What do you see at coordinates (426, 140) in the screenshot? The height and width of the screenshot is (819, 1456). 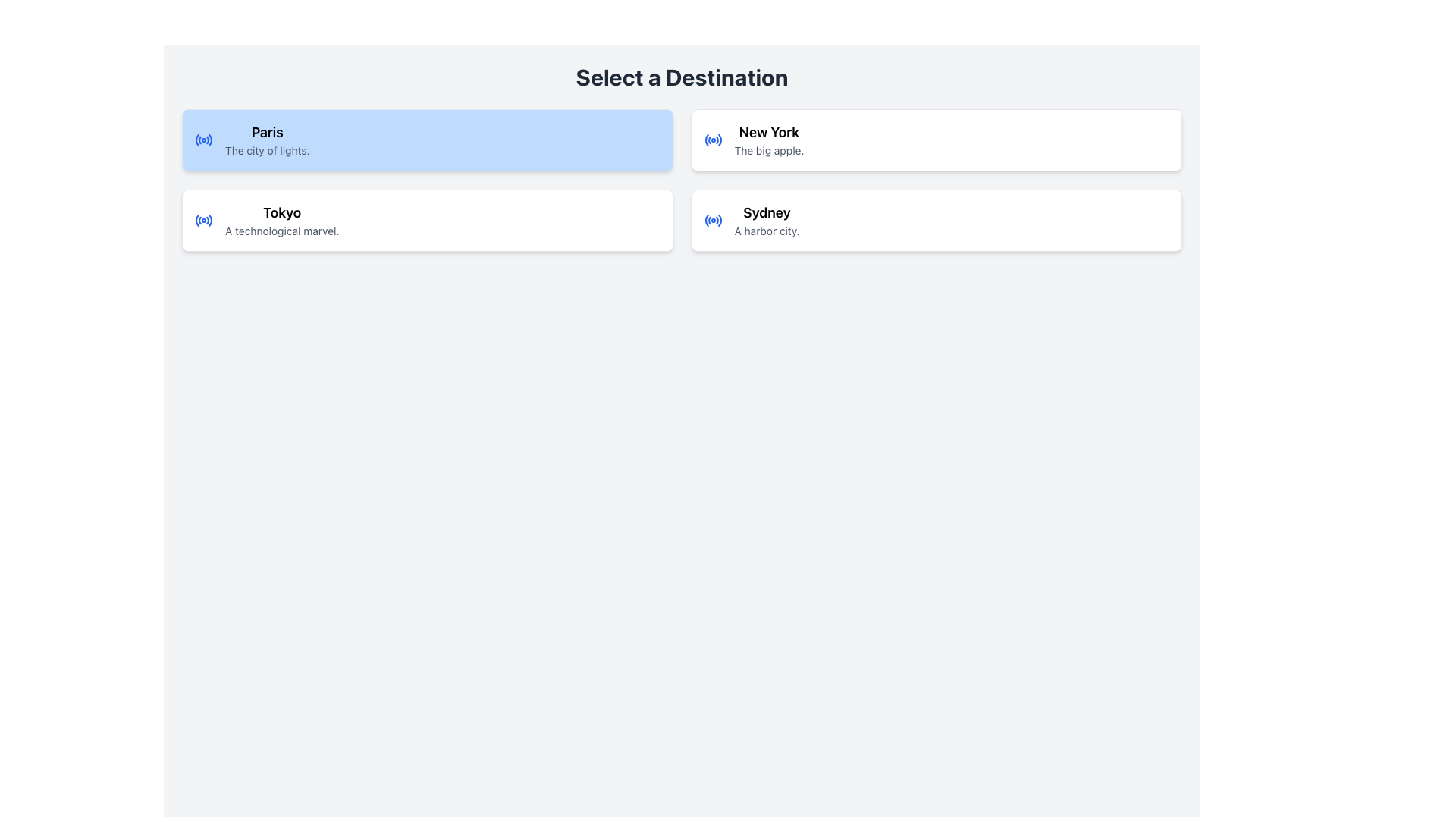 I see `the 'Paris' button-like structure containing the title 'Paris' and the description 'The city of lights.' for accessibility purposes` at bounding box center [426, 140].